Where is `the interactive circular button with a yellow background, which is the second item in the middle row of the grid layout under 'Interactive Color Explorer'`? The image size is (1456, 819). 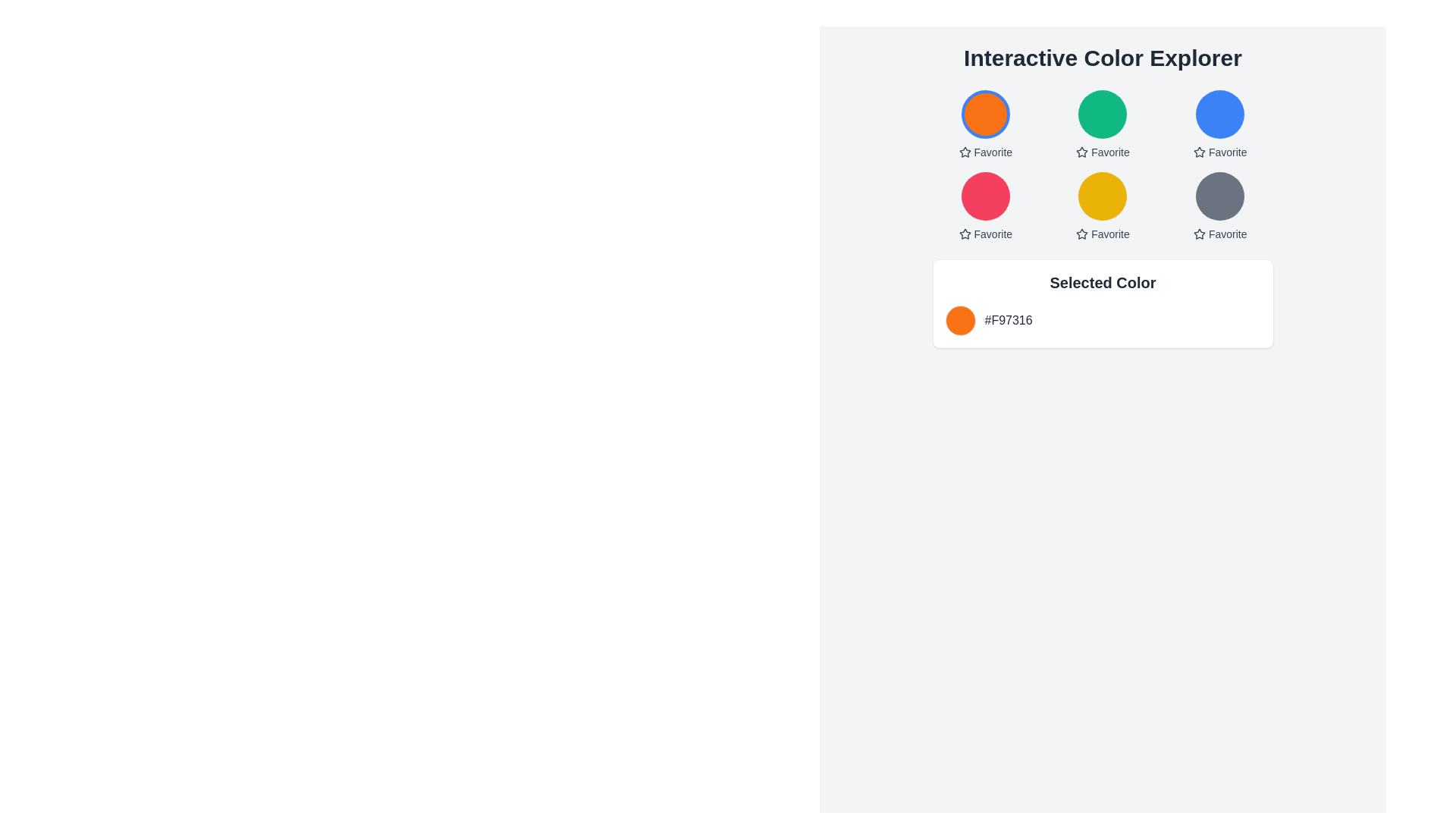
the interactive circular button with a yellow background, which is the second item in the middle row of the grid layout under 'Interactive Color Explorer' is located at coordinates (1103, 219).